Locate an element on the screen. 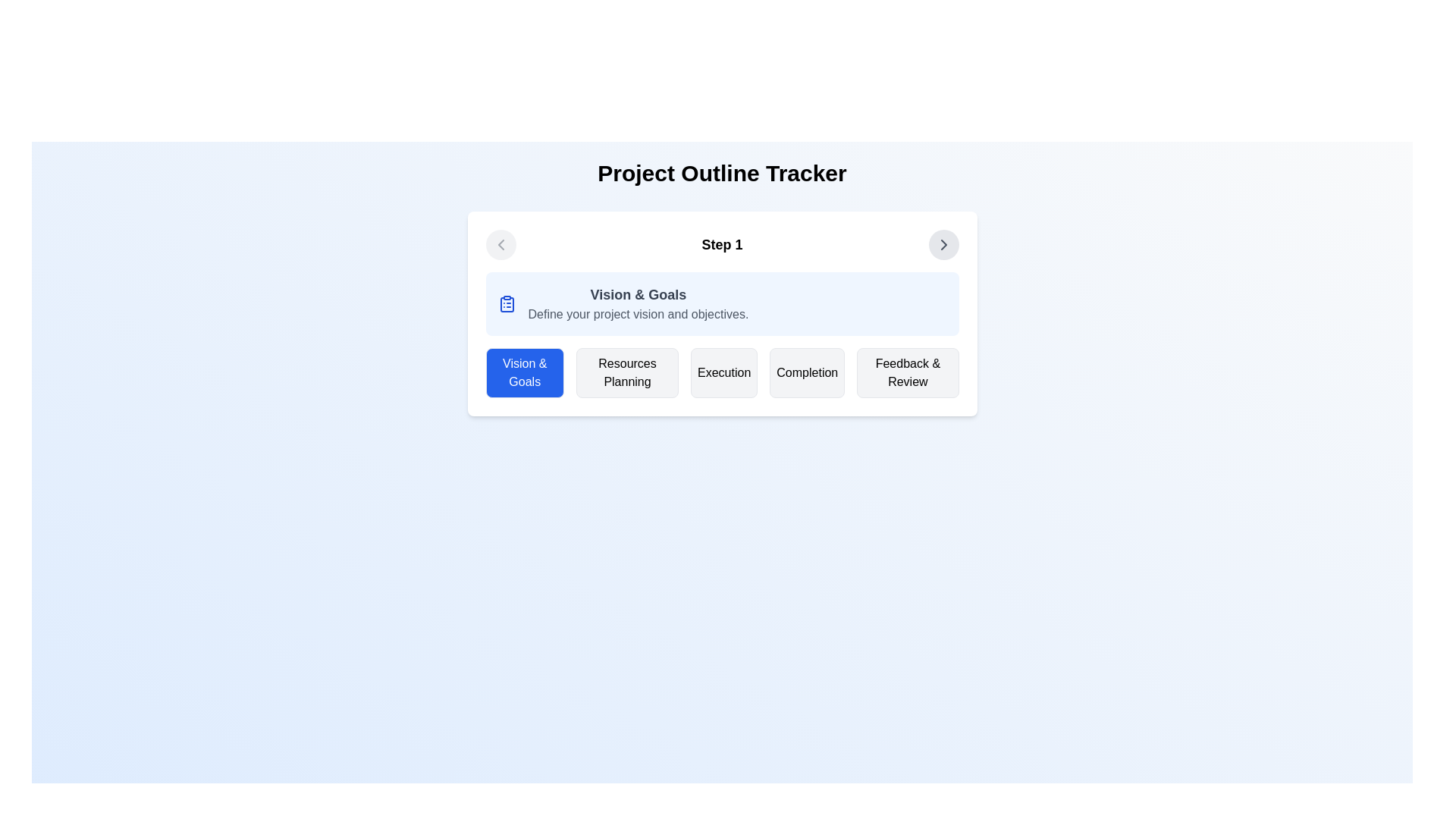  the 'Feedback & Review' button, which is a rectangular button with rounded corners and a light gray background is located at coordinates (908, 373).